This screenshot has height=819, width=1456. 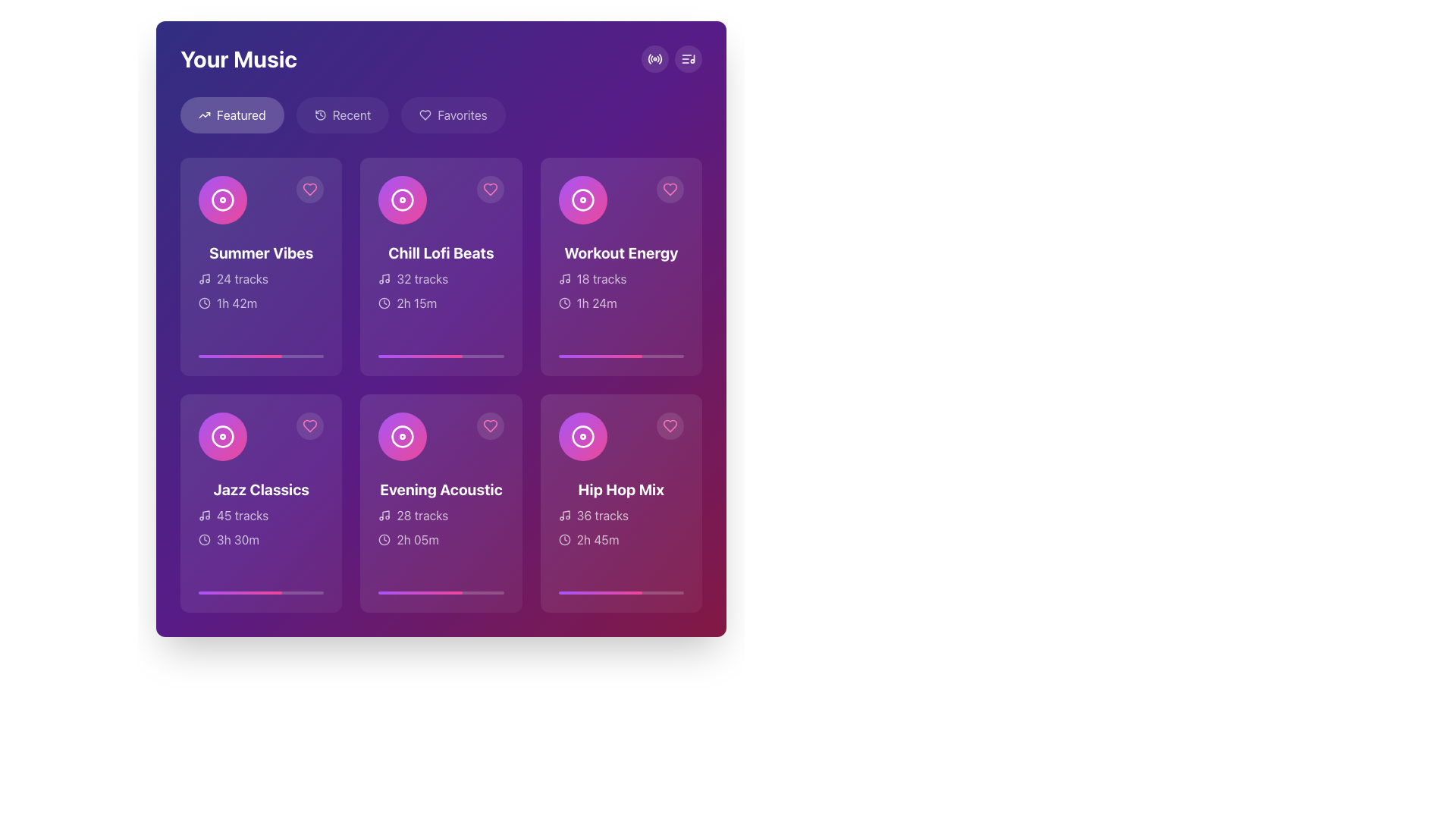 I want to click on the 'Favorites' text label, which is embedded within a button in a navigation toolbar, so click(x=461, y=114).